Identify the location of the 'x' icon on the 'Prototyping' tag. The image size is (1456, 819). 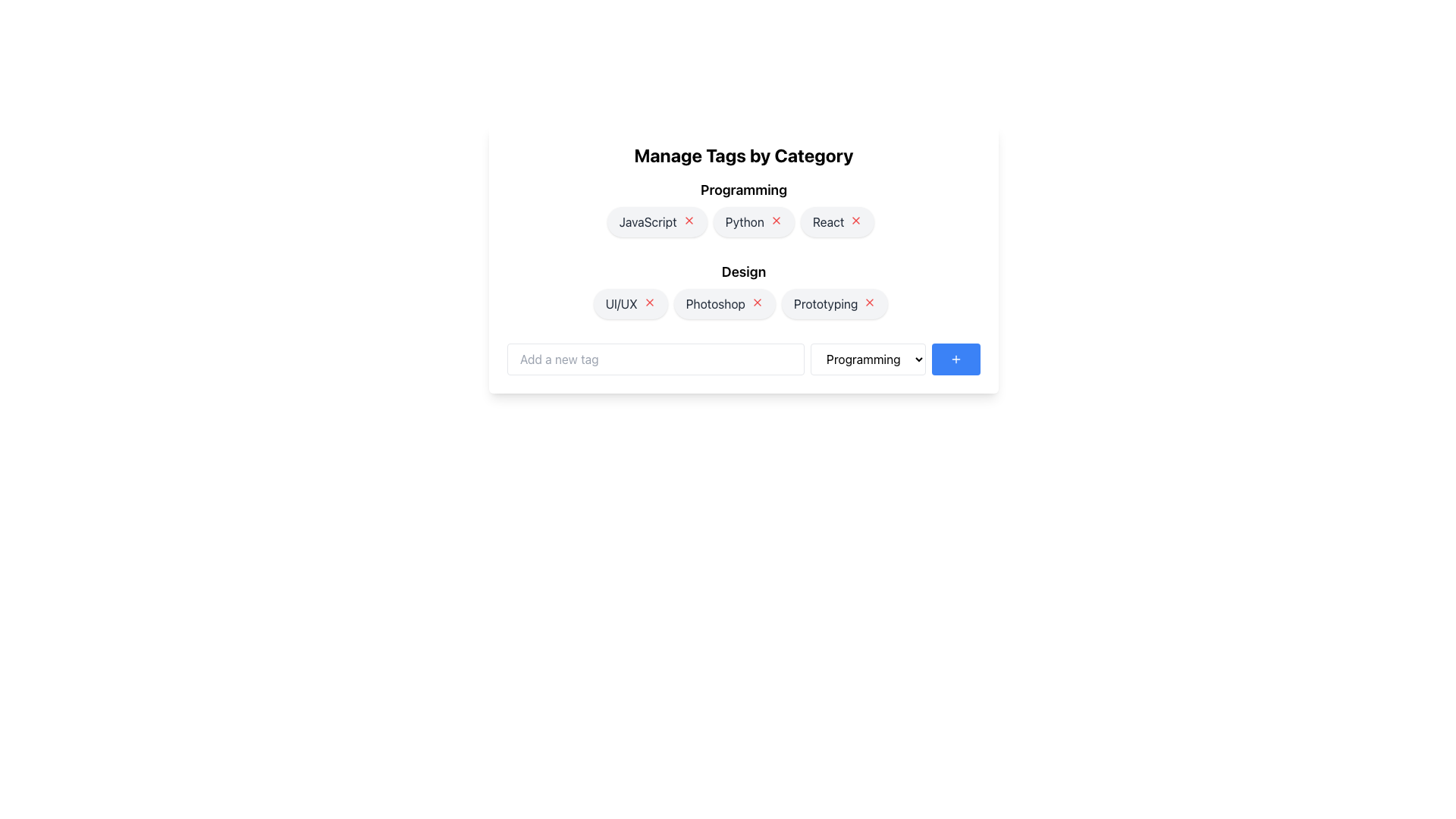
(834, 304).